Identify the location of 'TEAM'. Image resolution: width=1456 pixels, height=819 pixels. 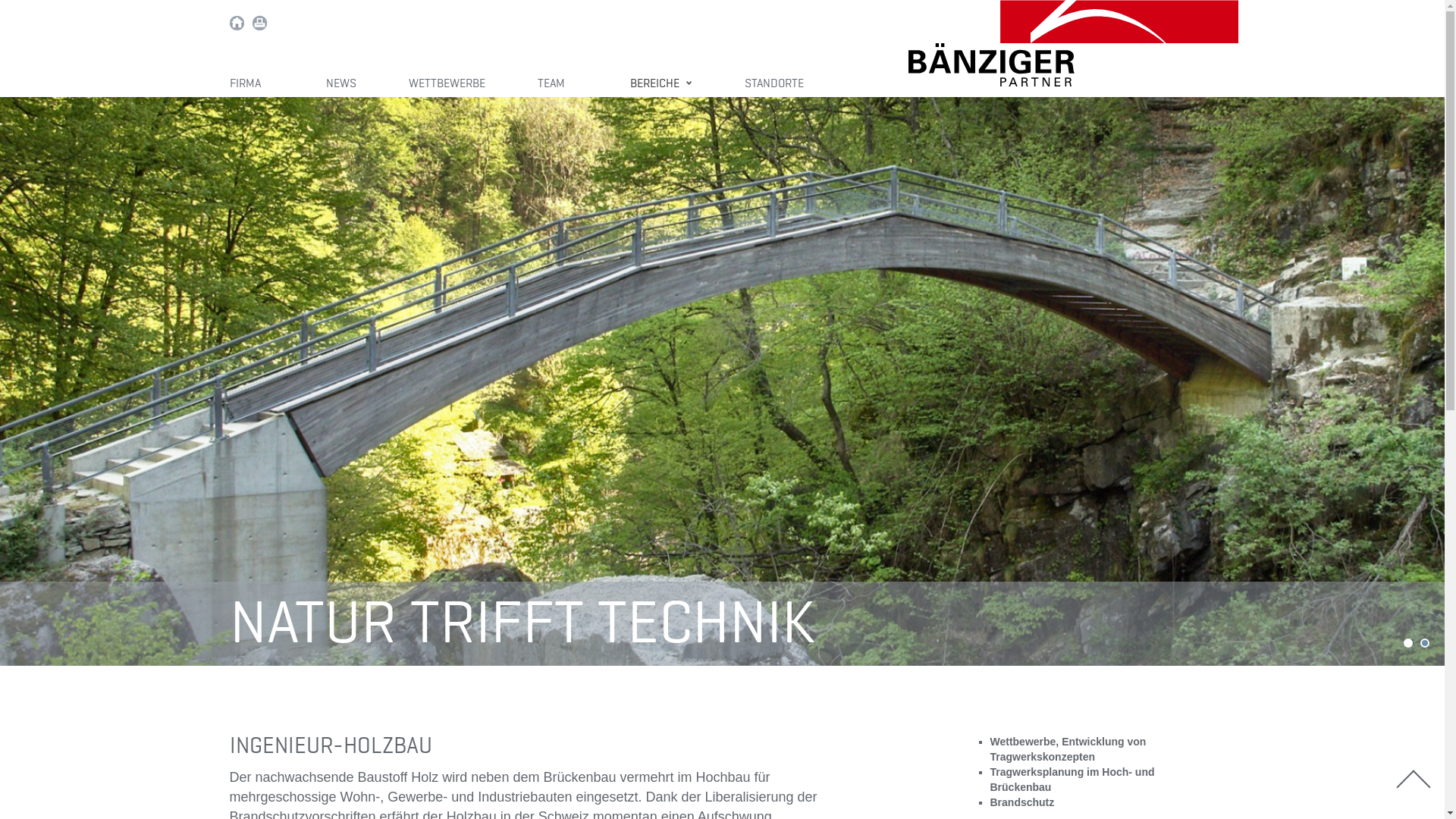
(556, 84).